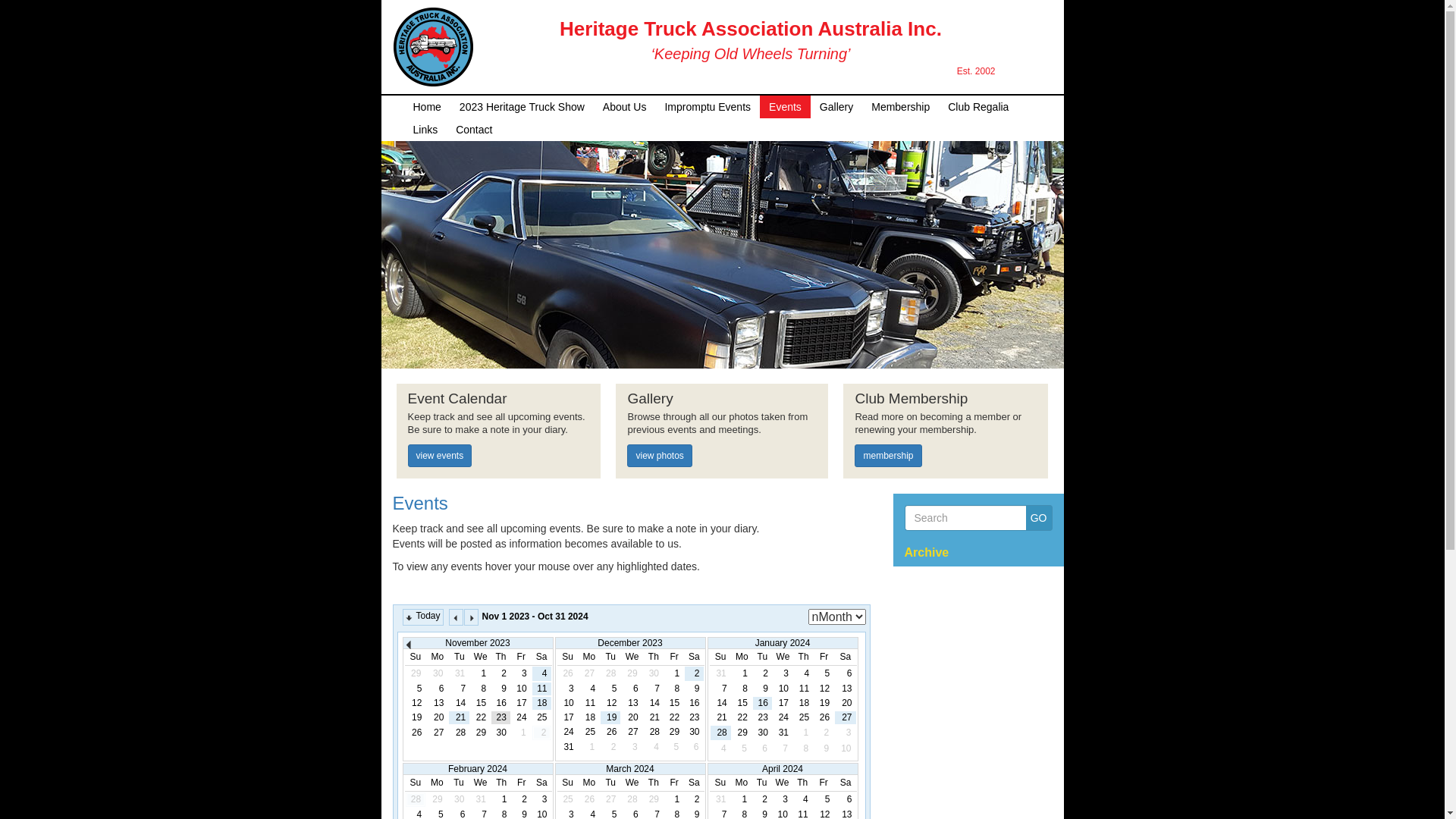 Image resolution: width=1456 pixels, height=819 pixels. What do you see at coordinates (742, 703) in the screenshot?
I see `'15'` at bounding box center [742, 703].